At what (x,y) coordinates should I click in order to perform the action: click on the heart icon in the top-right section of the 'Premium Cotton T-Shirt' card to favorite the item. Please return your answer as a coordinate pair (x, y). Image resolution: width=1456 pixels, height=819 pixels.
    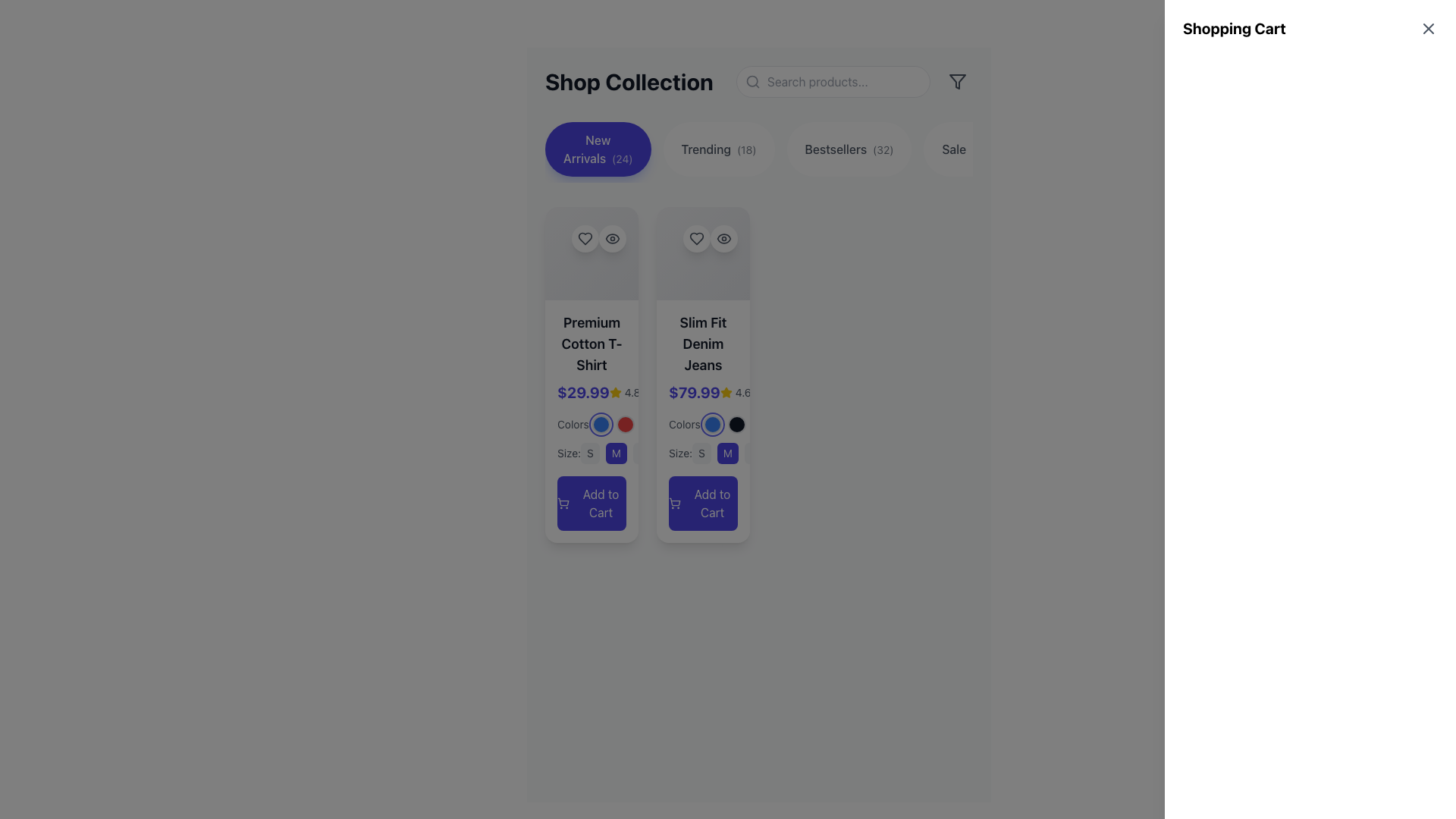
    Looking at the image, I should click on (598, 236).